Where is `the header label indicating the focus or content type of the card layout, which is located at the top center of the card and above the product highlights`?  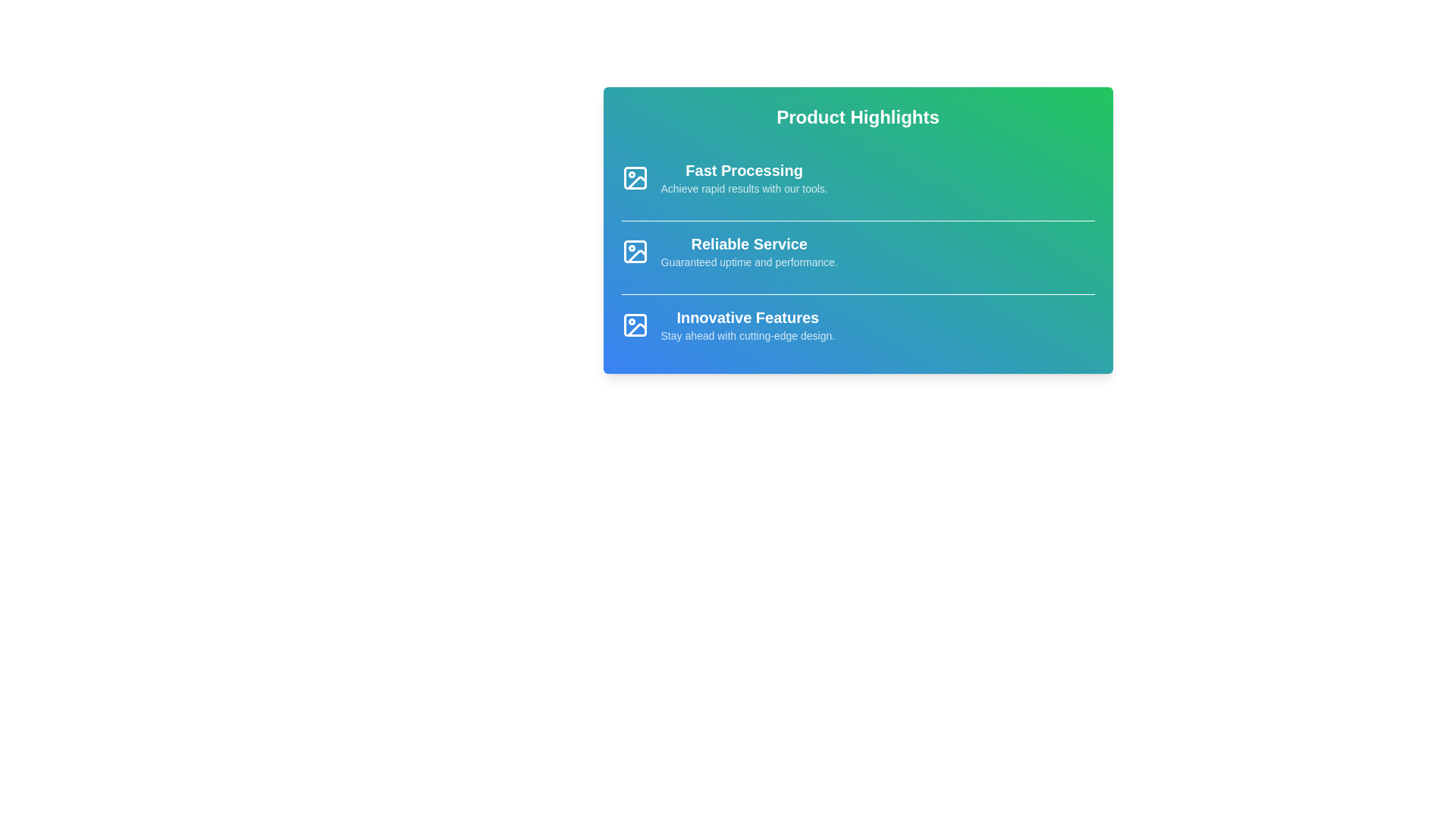
the header label indicating the focus or content type of the card layout, which is located at the top center of the card and above the product highlights is located at coordinates (858, 116).